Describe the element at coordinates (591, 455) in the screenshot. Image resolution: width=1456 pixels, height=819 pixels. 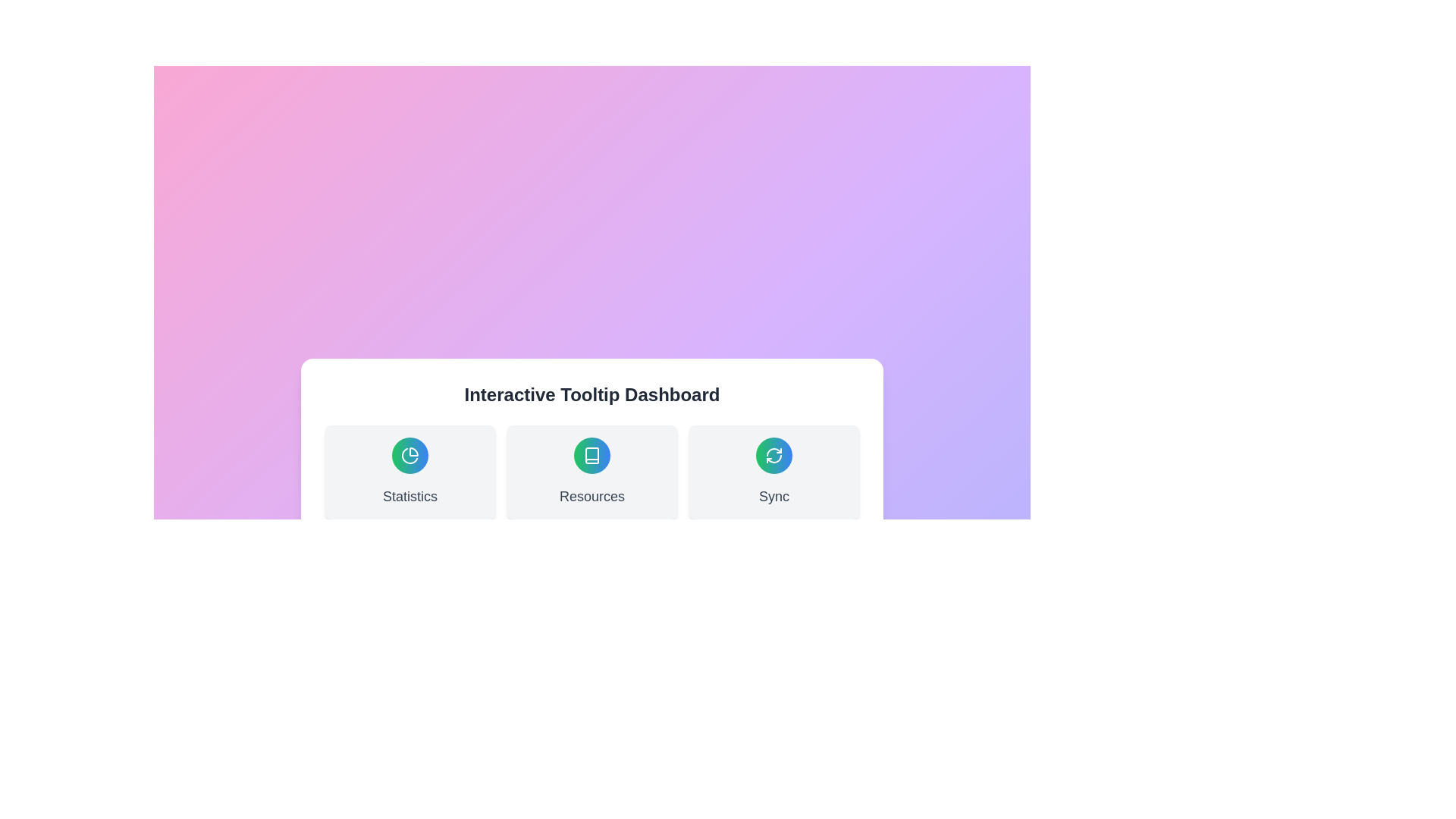
I see `the decorative shape inside the book icon located within the 'Resources' card` at that location.